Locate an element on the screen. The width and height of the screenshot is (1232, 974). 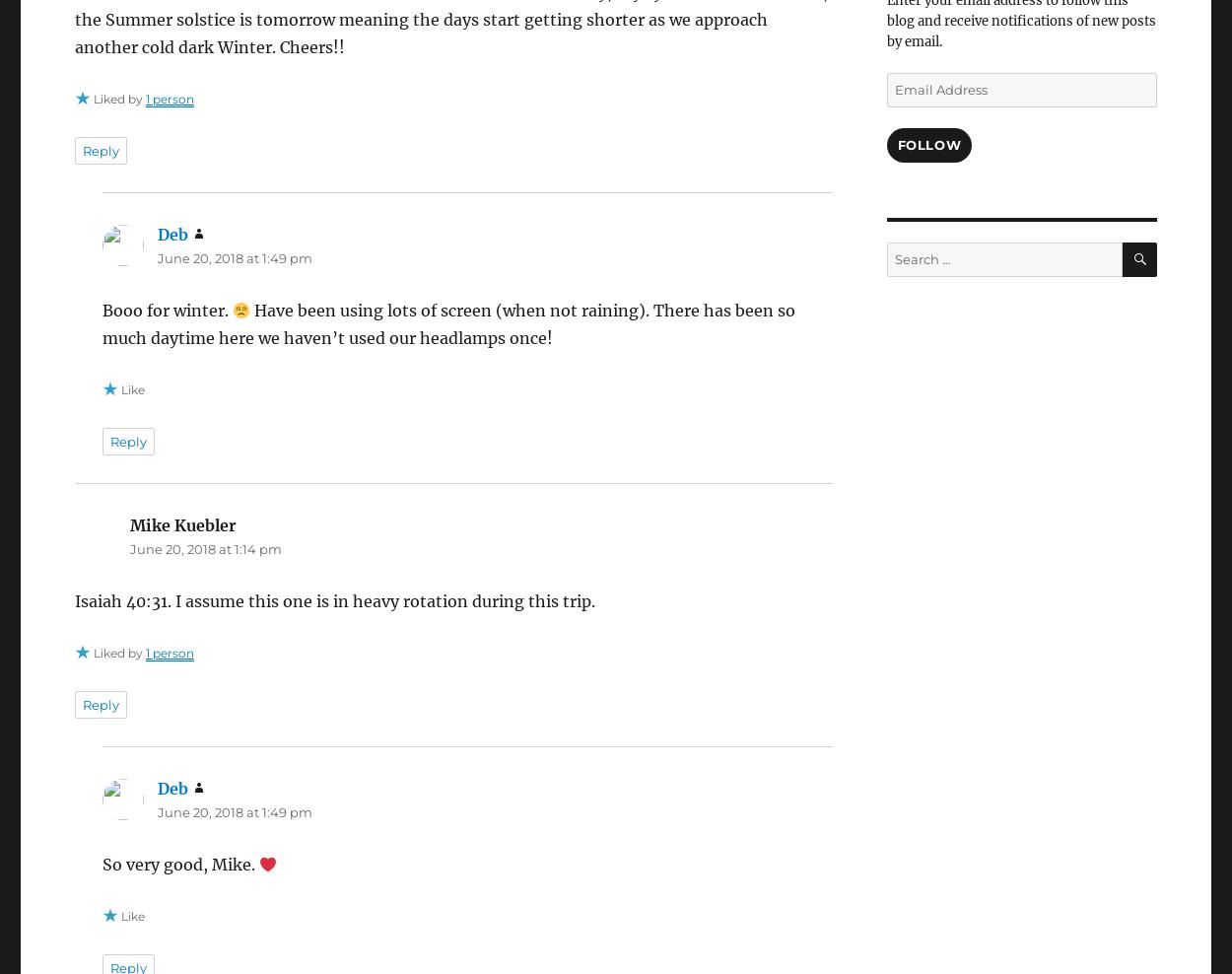
'So very good, Mike.' is located at coordinates (101, 862).